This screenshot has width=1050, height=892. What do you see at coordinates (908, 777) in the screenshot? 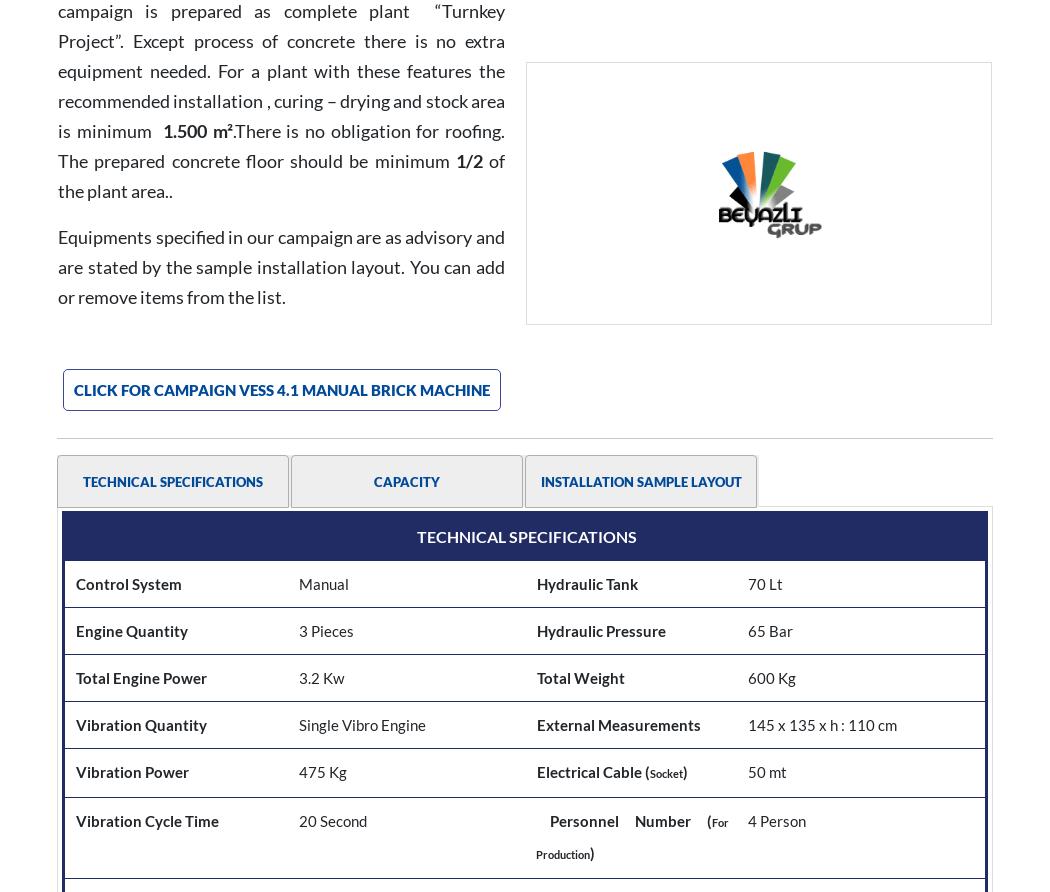
I see `'Yanlıca Mahallesi Akoluk Belediye Karşısı Trabzon / Turkey'` at bounding box center [908, 777].